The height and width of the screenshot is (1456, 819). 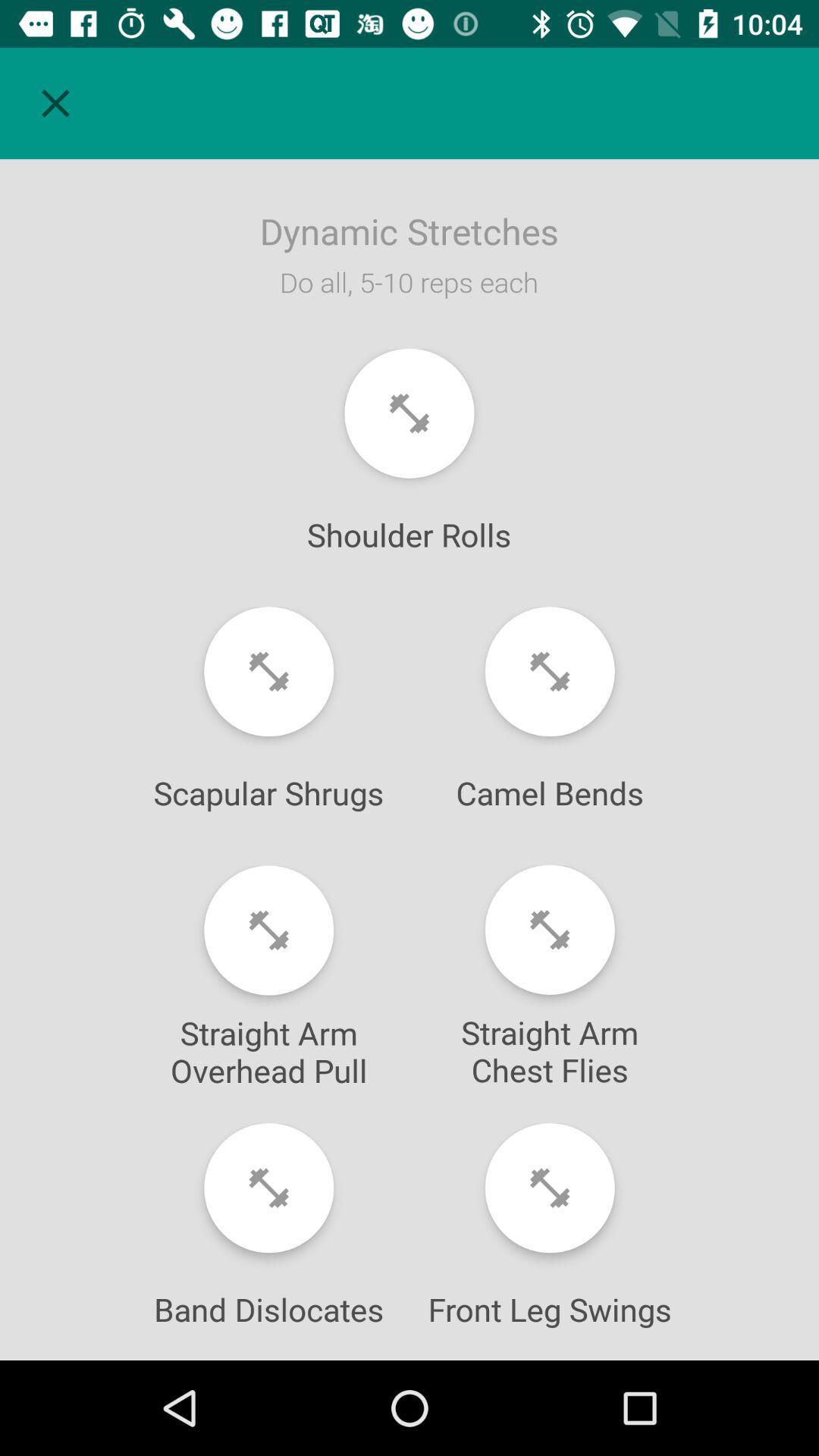 I want to click on the icon at the top left corner, so click(x=55, y=102).